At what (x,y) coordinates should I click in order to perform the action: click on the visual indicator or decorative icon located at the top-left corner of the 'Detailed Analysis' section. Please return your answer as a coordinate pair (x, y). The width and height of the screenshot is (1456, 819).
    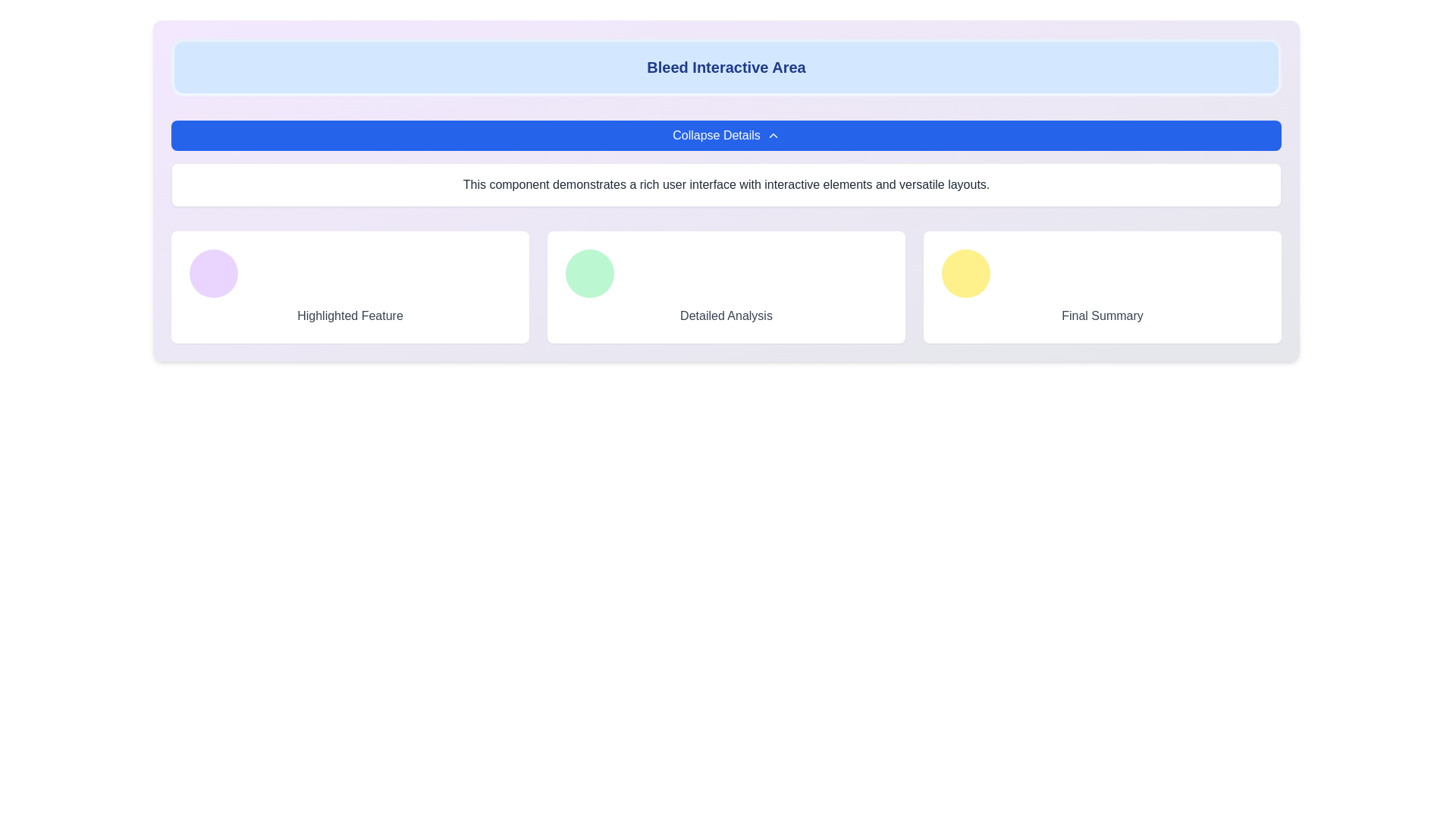
    Looking at the image, I should click on (588, 274).